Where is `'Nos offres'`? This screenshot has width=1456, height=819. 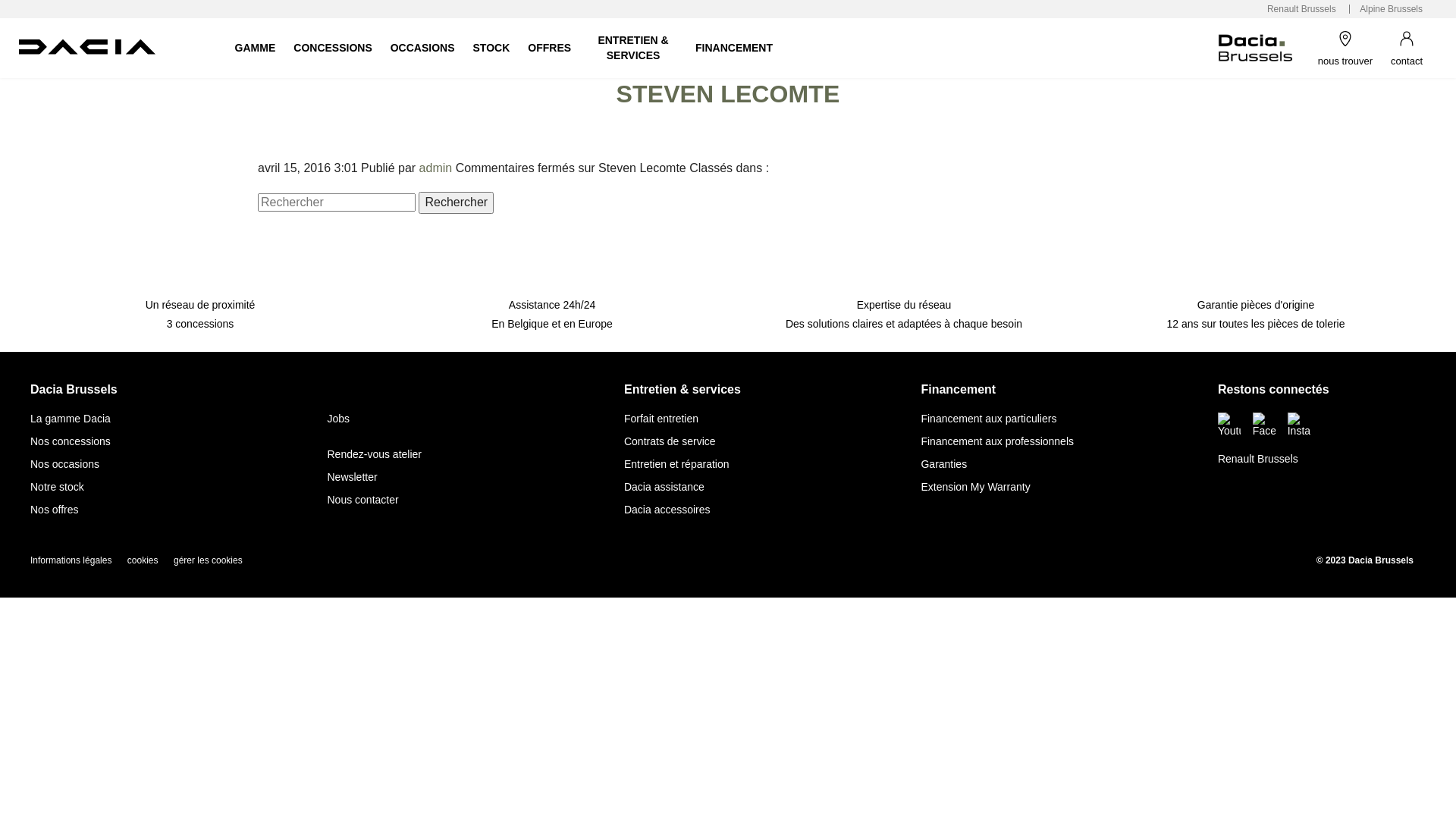
'Nos offres' is located at coordinates (55, 509).